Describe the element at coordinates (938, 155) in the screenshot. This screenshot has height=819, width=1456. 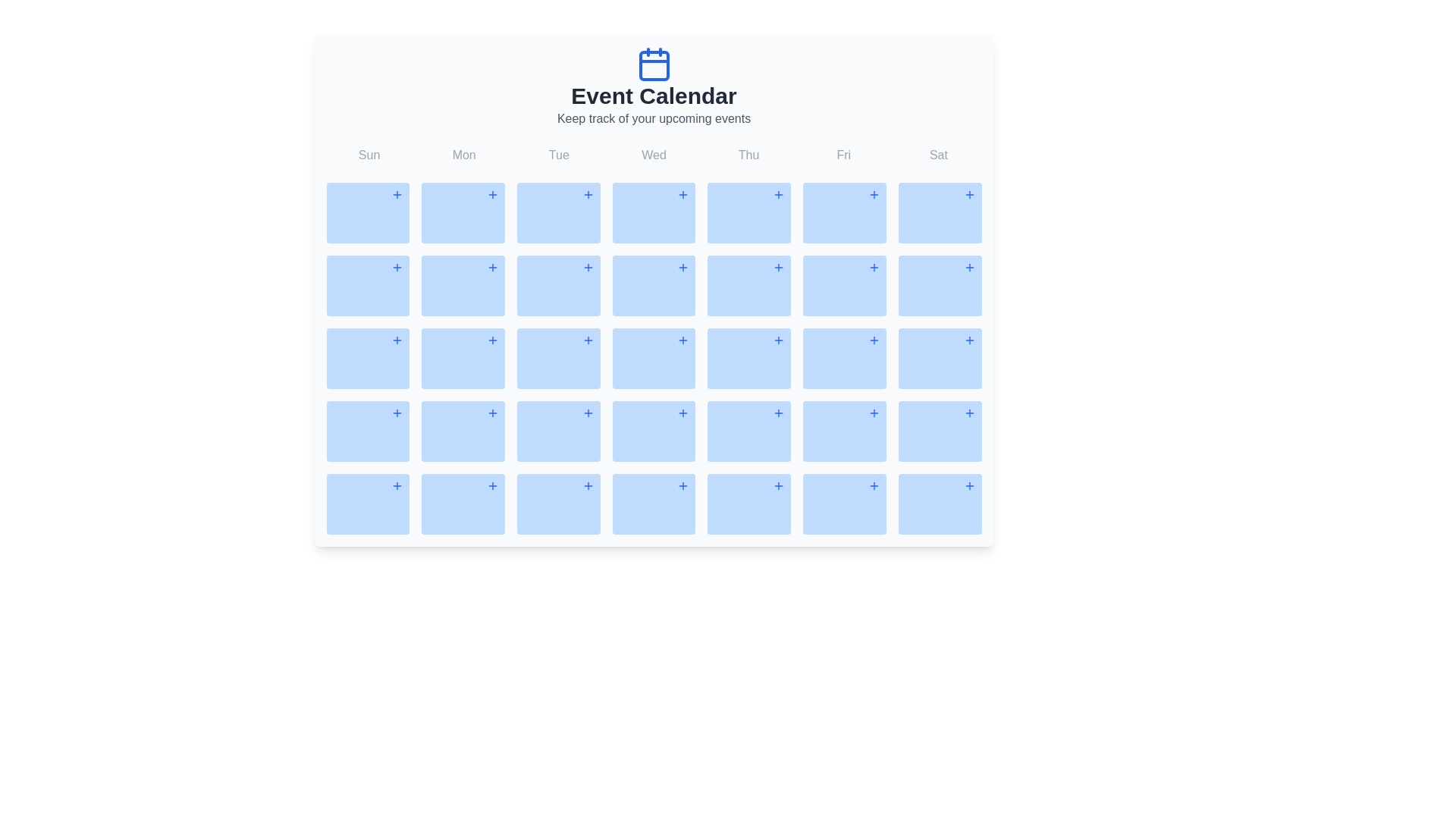
I see `the center-aligned text label displaying 'Sat' in gray color, located at the top-right corner of the grid layout` at that location.